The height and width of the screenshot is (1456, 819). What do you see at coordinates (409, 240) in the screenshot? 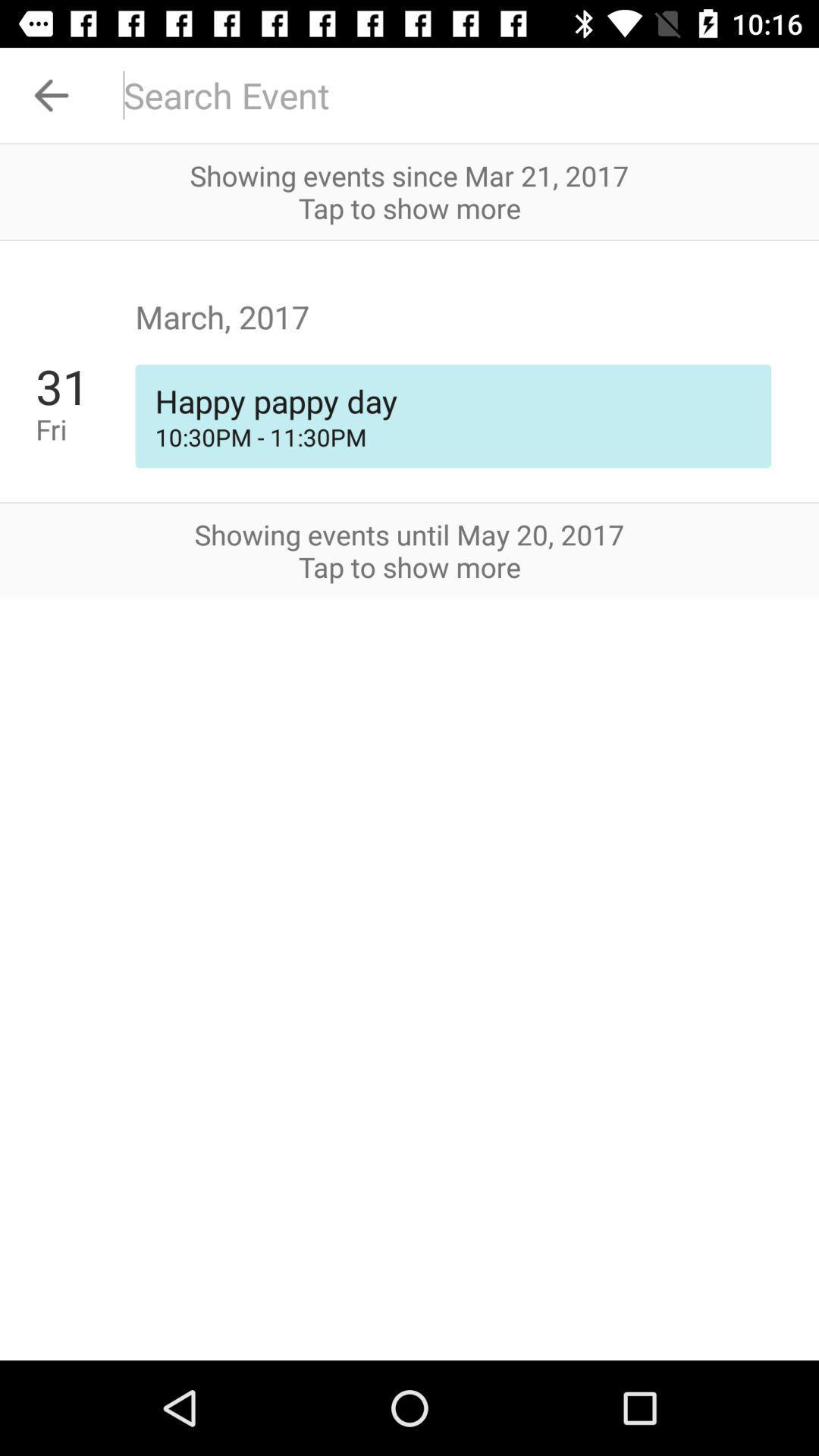
I see `icon below showing events since app` at bounding box center [409, 240].